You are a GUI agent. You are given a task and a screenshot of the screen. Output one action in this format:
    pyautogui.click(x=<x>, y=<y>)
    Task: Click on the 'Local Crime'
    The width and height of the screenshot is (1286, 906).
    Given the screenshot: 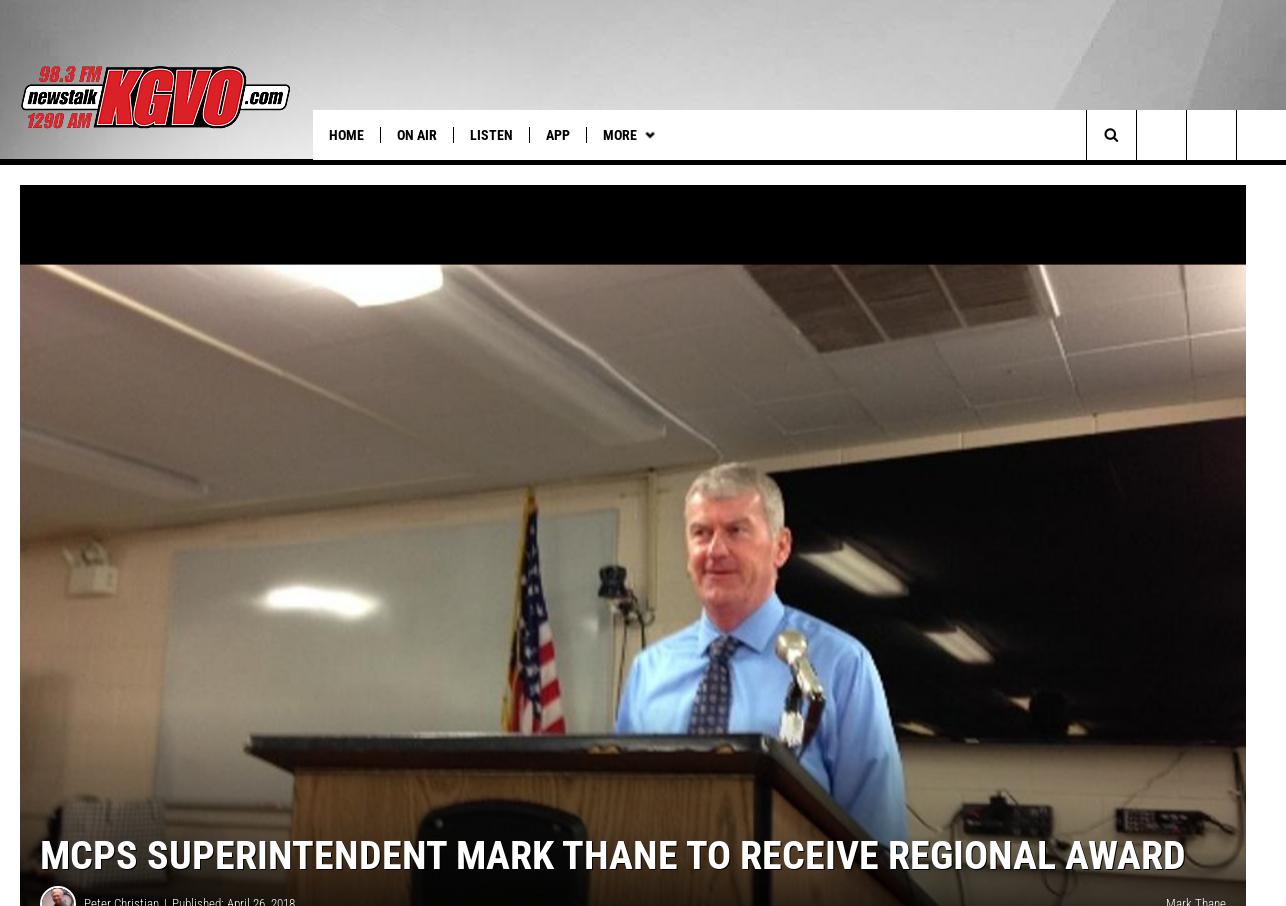 What is the action you would take?
    pyautogui.click(x=1013, y=176)
    